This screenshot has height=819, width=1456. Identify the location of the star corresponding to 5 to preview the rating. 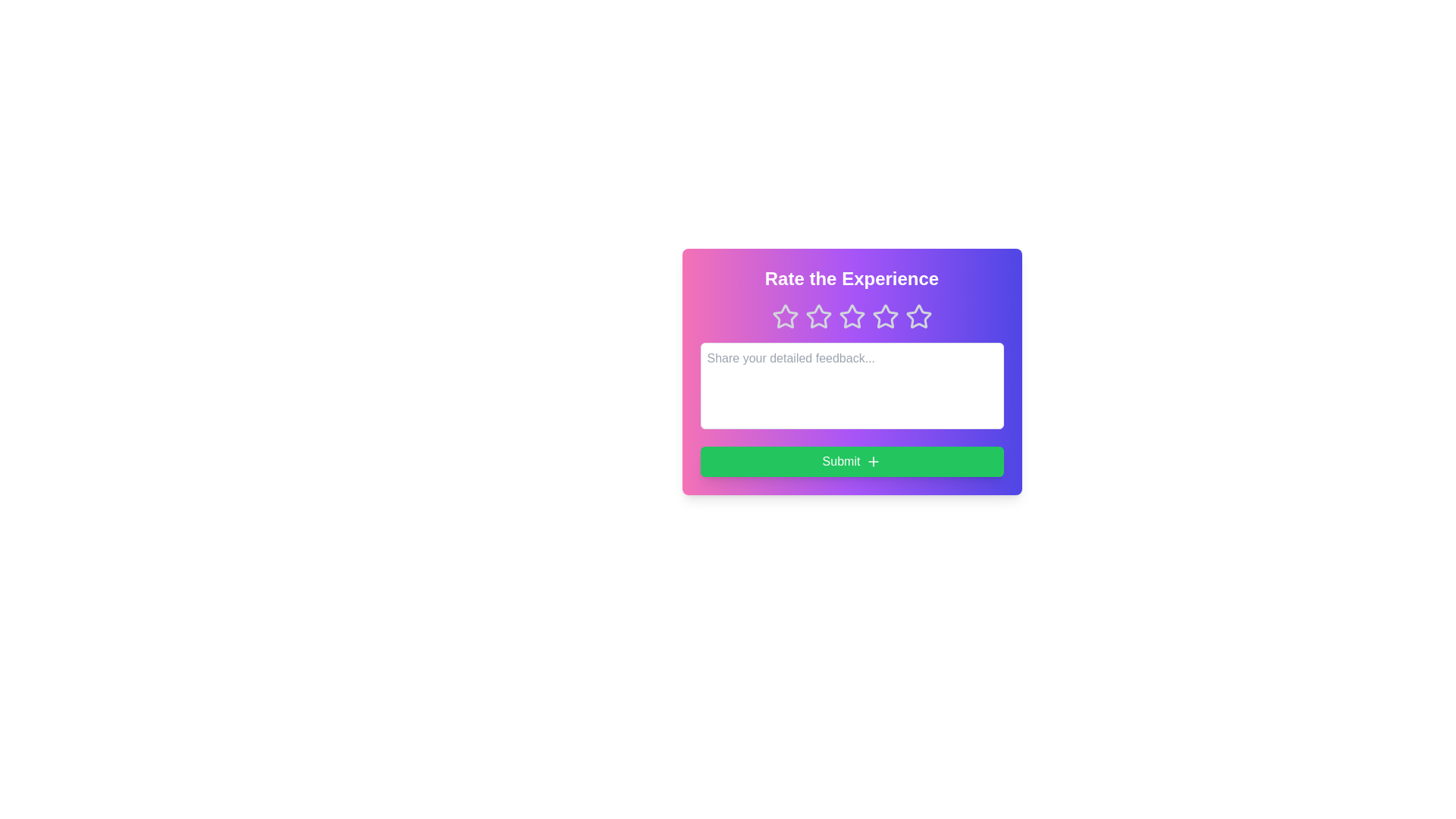
(918, 315).